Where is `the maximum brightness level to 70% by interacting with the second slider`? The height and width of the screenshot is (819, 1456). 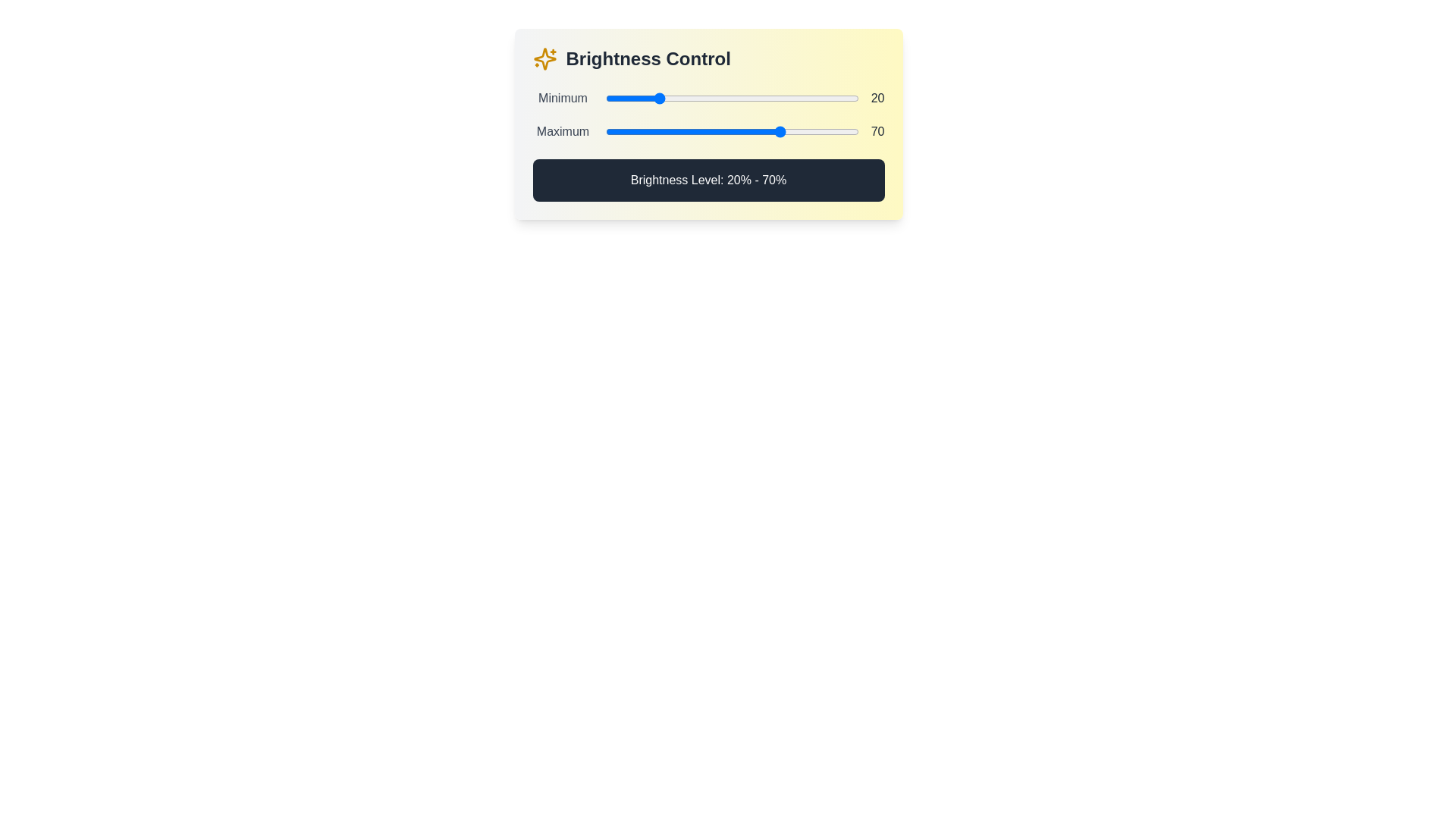 the maximum brightness level to 70% by interacting with the second slider is located at coordinates (783, 130).